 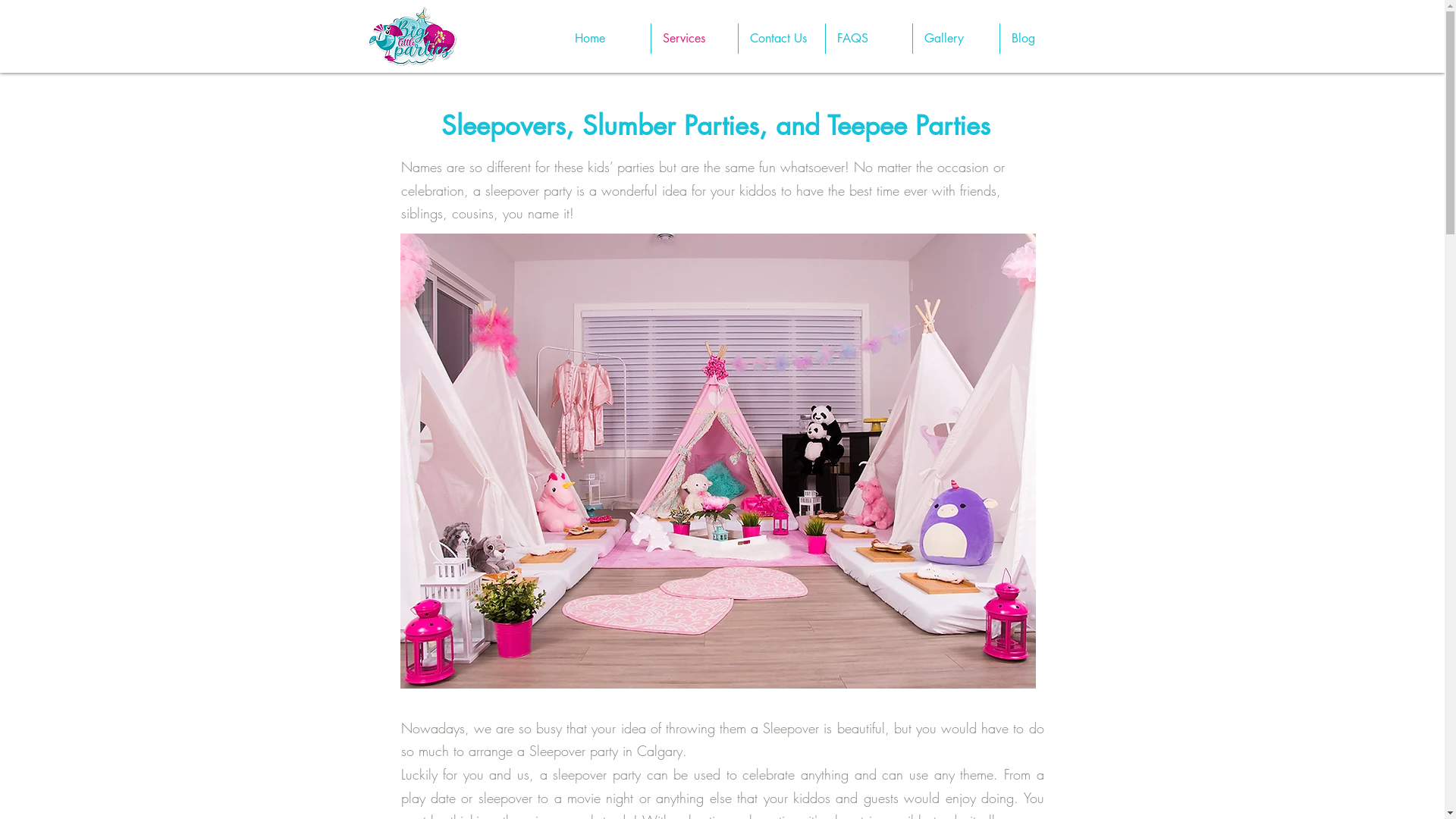 What do you see at coordinates (999, 37) in the screenshot?
I see `'Blog'` at bounding box center [999, 37].